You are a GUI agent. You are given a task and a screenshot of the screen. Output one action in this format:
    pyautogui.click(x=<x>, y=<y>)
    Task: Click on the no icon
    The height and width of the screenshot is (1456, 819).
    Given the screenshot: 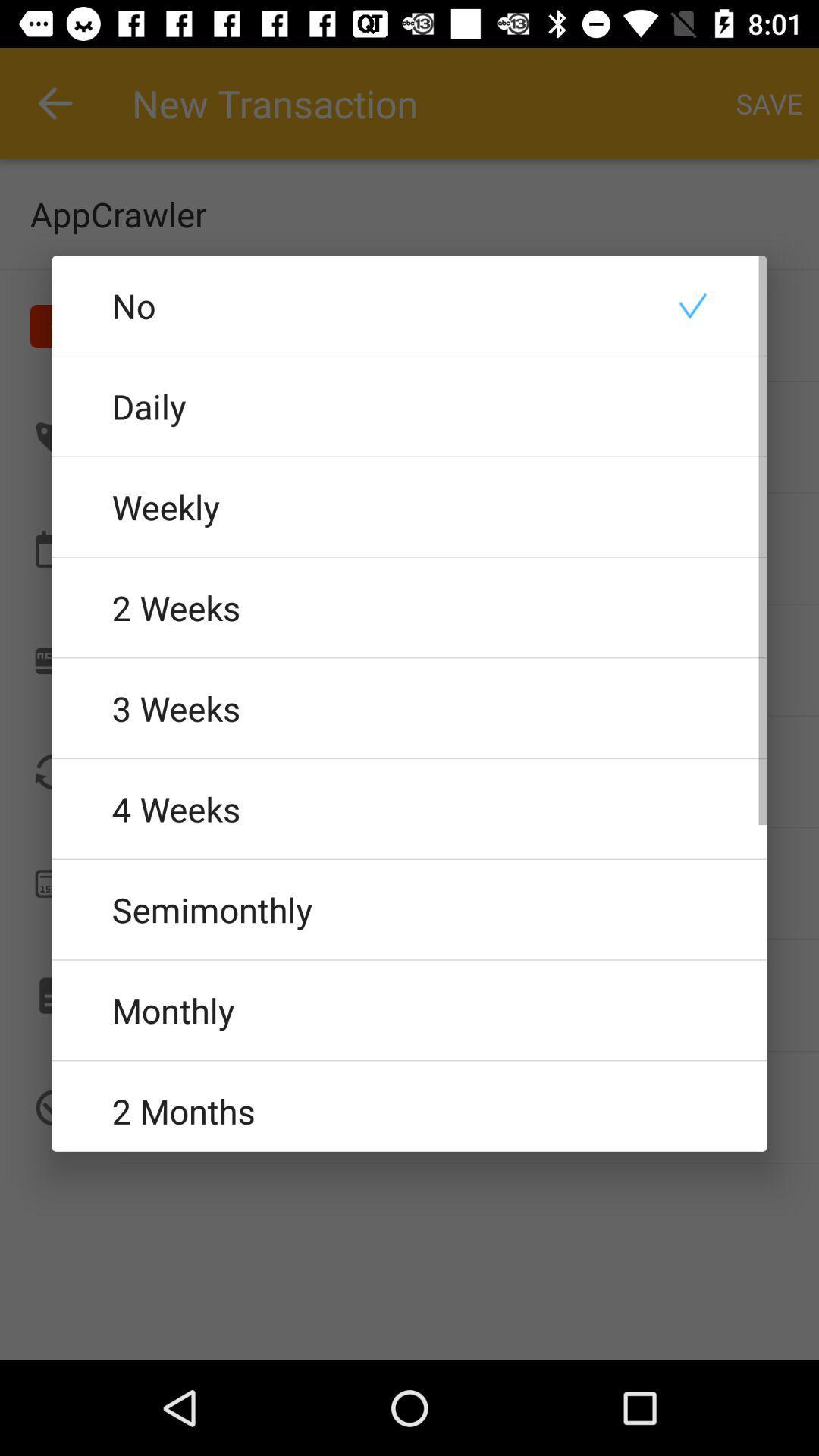 What is the action you would take?
    pyautogui.click(x=409, y=305)
    